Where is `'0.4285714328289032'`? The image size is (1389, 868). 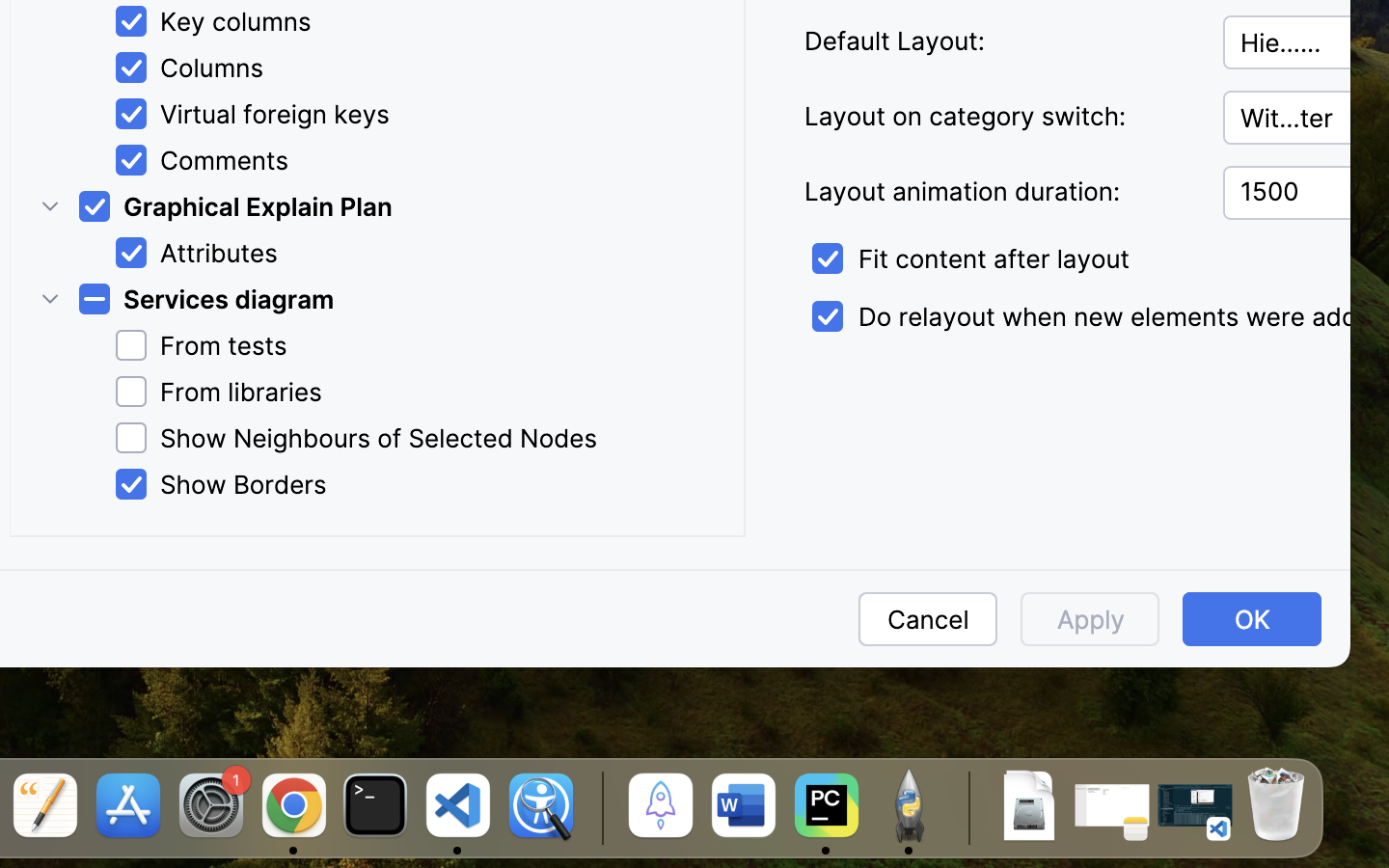
'0.4285714328289032' is located at coordinates (598, 807).